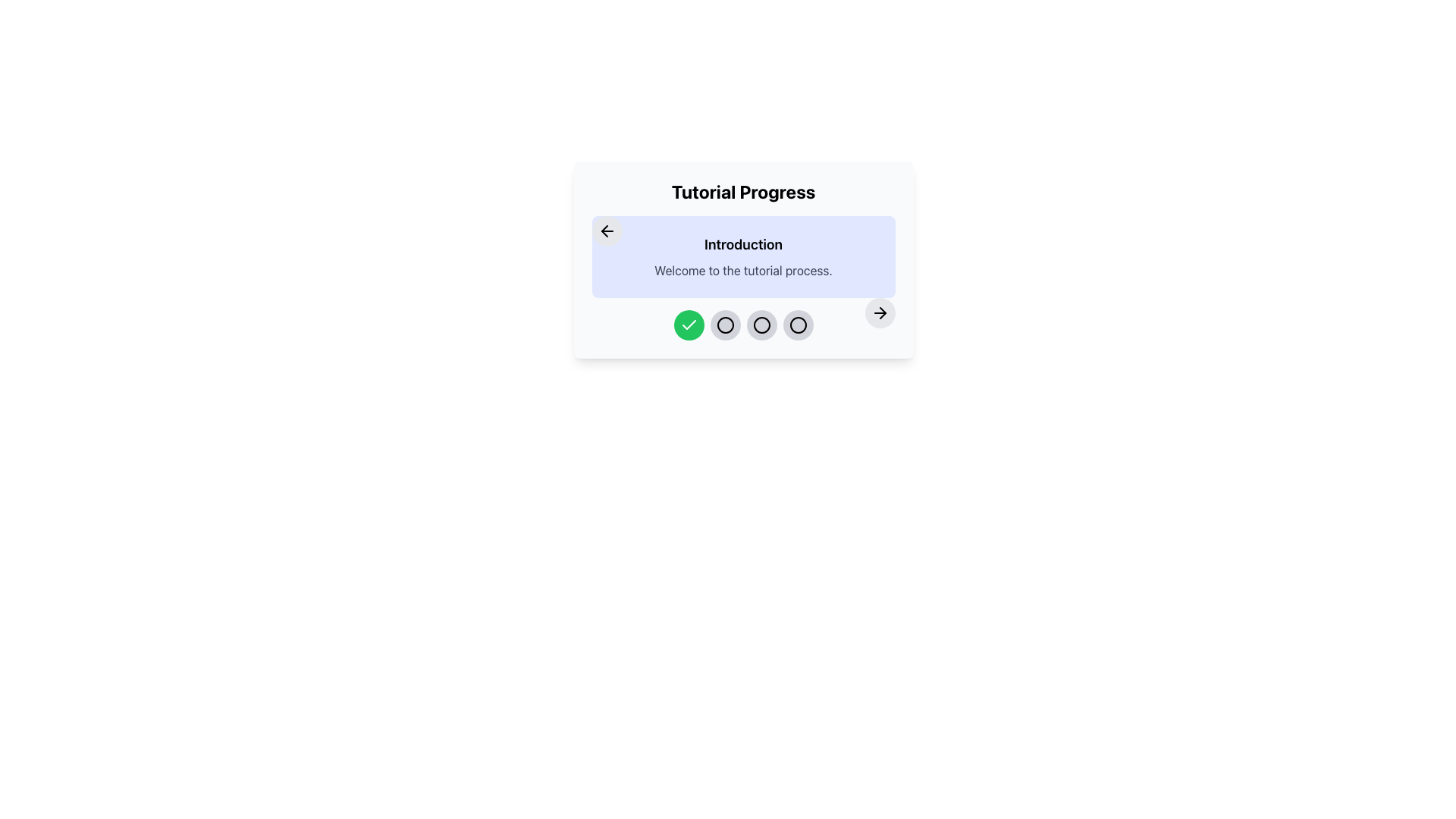 The image size is (1456, 819). I want to click on the first circular button in the lower central part of the interface to confirm or mark a step as done, so click(688, 324).